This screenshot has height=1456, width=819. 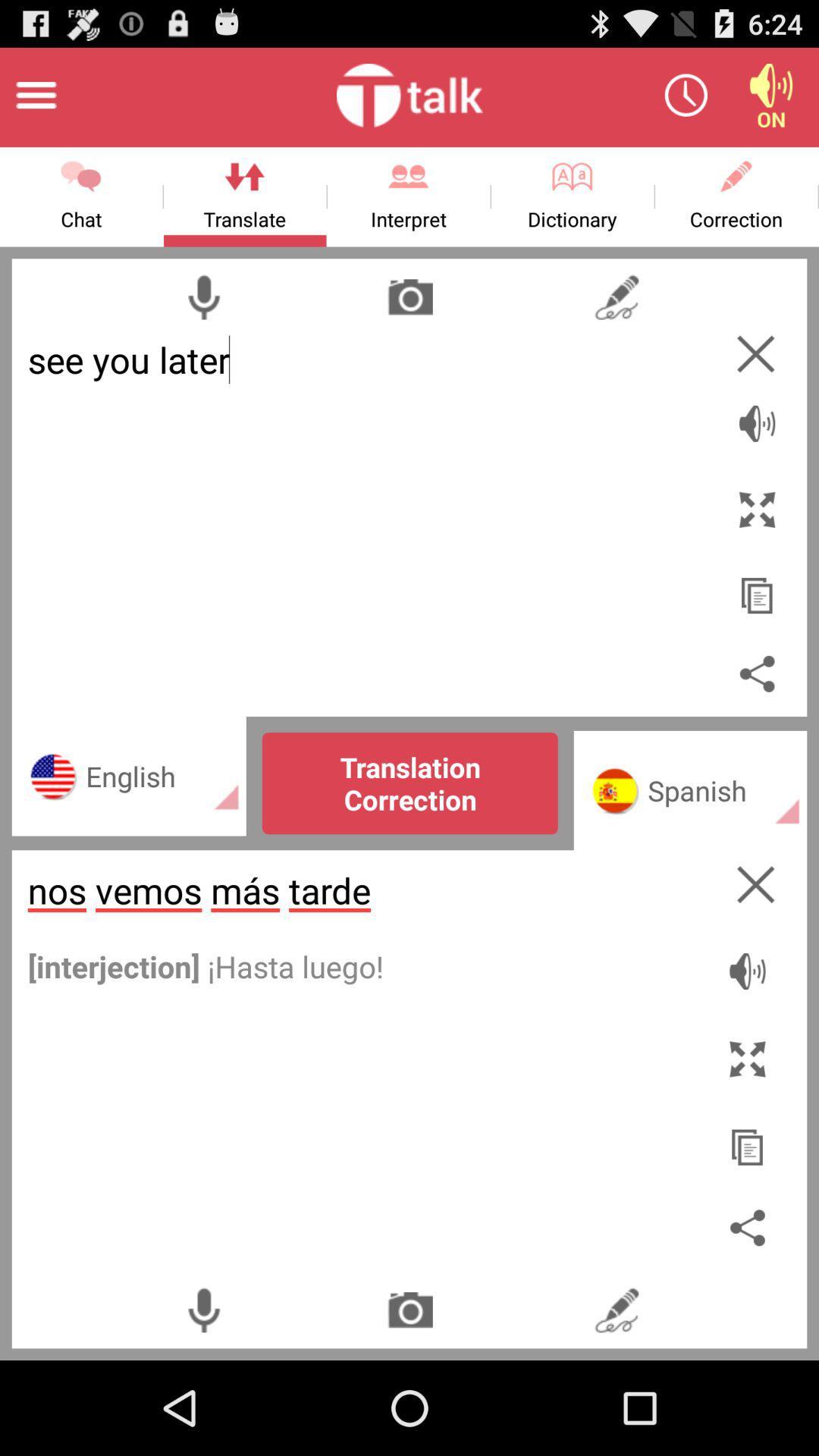 What do you see at coordinates (748, 1134) in the screenshot?
I see `the fullscreen icon` at bounding box center [748, 1134].